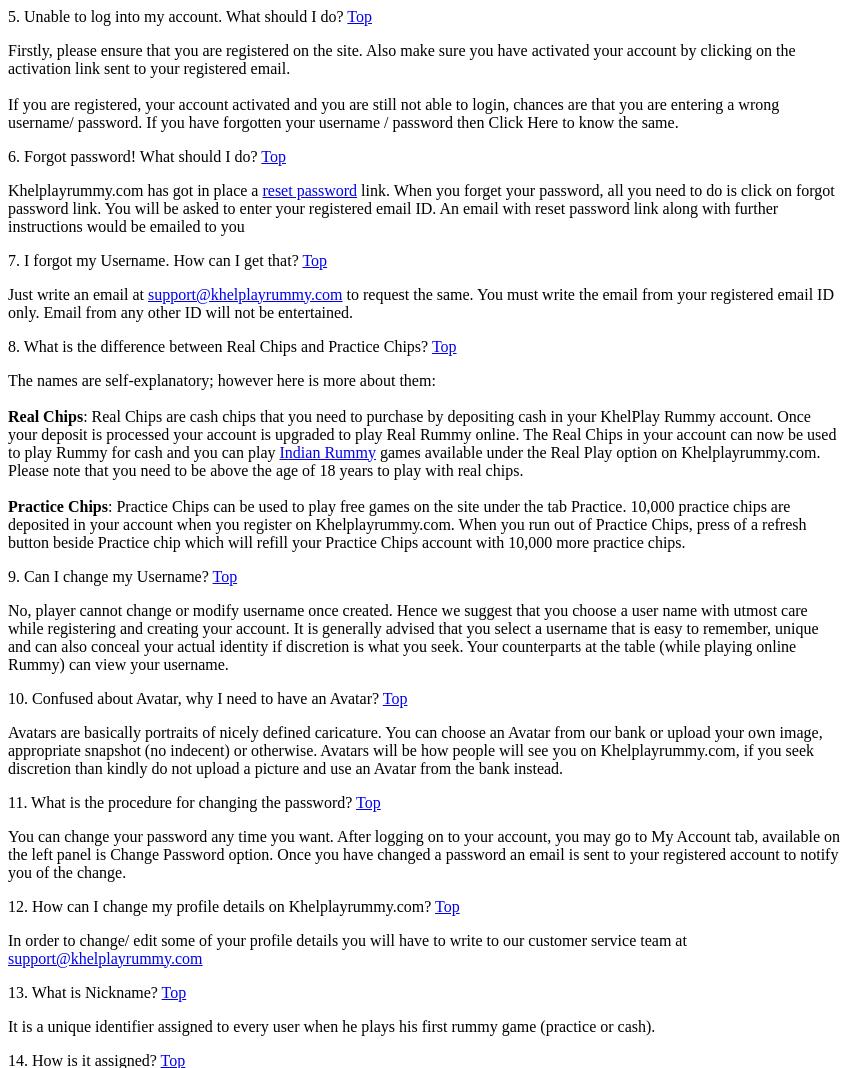 This screenshot has height=1068, width=850. What do you see at coordinates (414, 460) in the screenshot?
I see `'games available under the Real Play option on Khelplayrummy.com. Please note that you need to be above the age of 18 years to play with real chips.'` at bounding box center [414, 460].